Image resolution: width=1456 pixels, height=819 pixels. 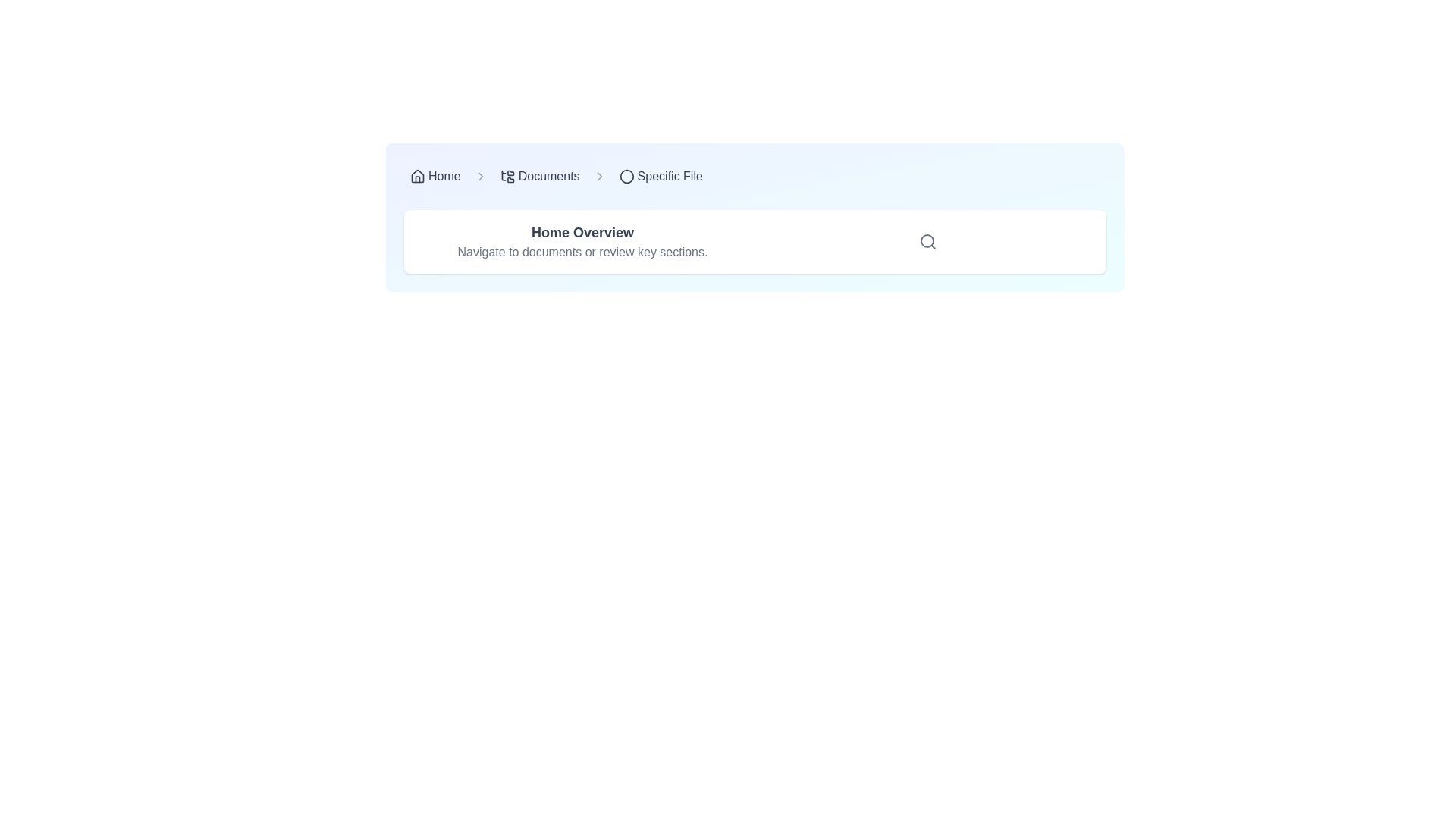 What do you see at coordinates (418, 175) in the screenshot?
I see `the 'Home' icon in the breadcrumb navigation bar` at bounding box center [418, 175].